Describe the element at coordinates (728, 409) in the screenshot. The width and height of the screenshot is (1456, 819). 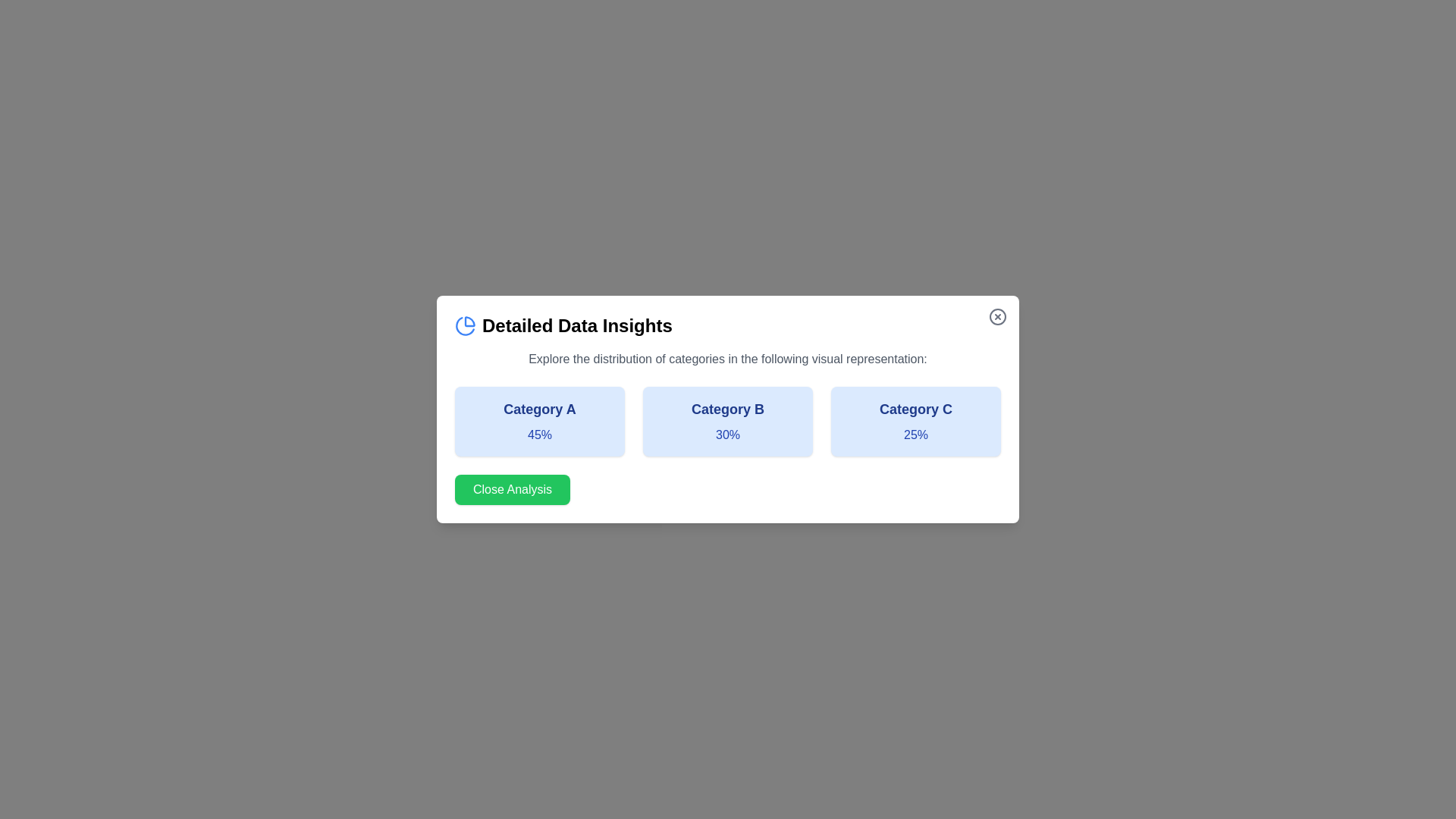
I see `text label at the top of the card labeled 'Category B', which is positioned in the middle of a three-card layout, above the text '30%'` at that location.